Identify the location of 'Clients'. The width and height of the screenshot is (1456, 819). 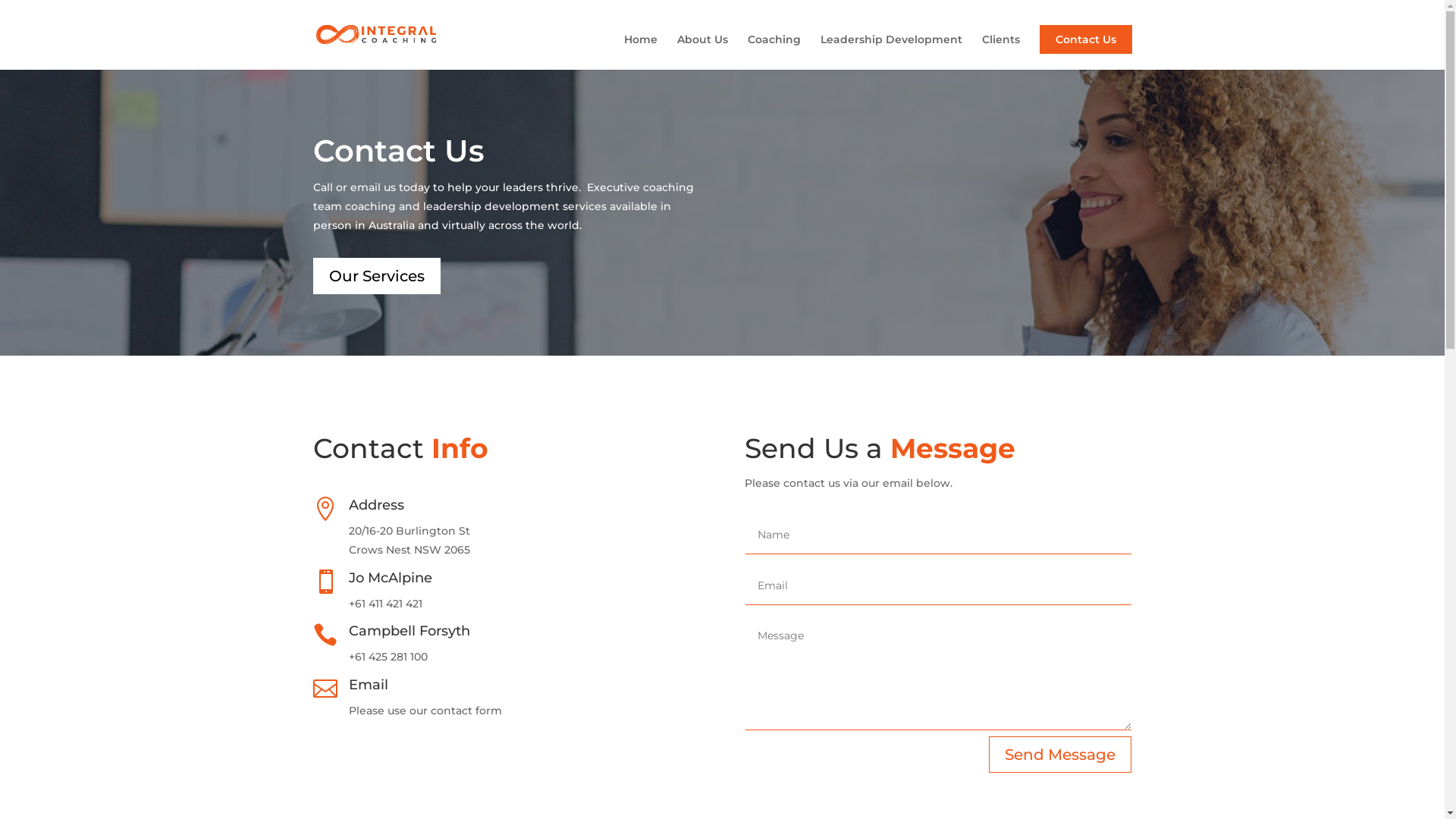
(1000, 51).